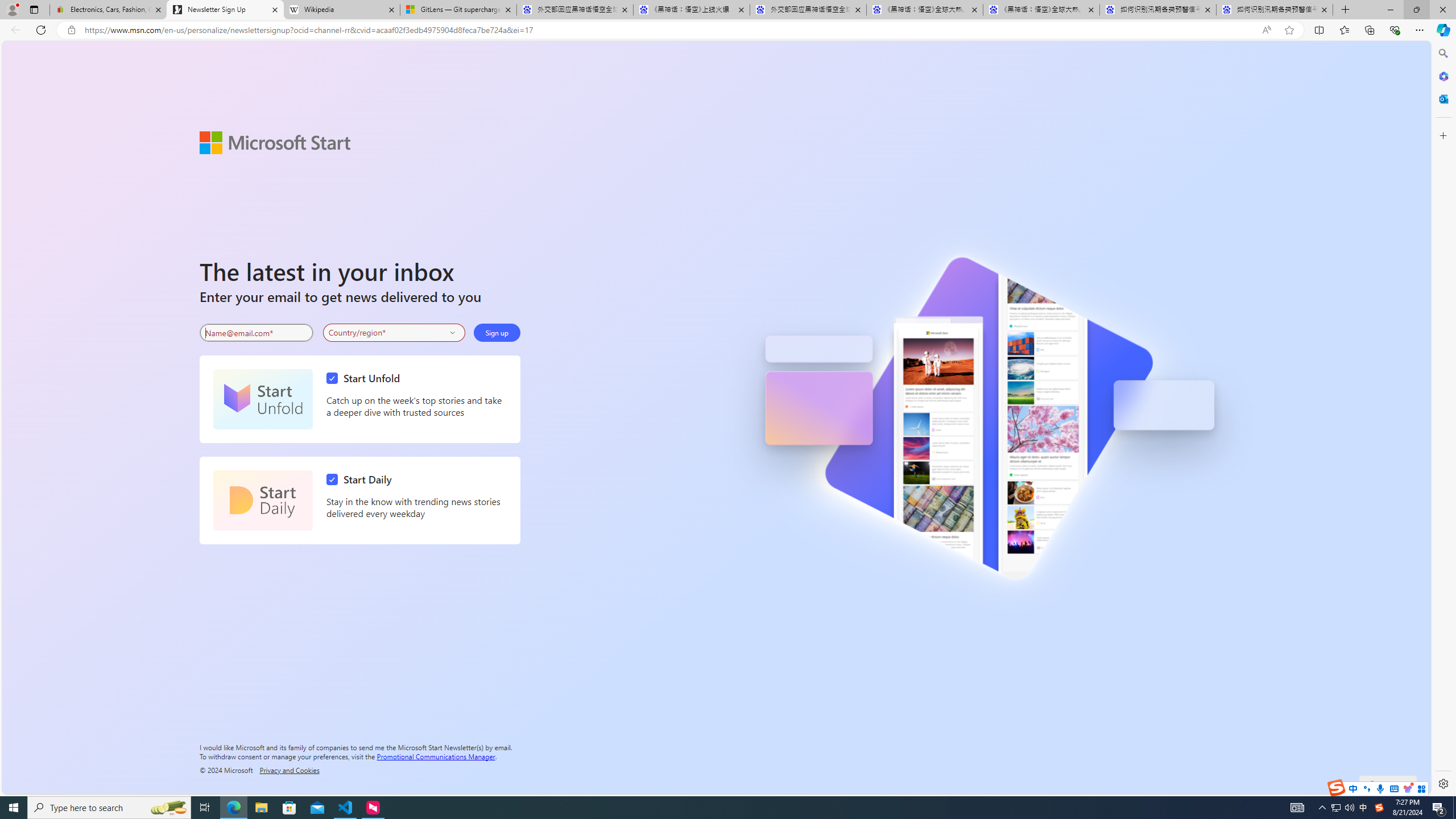 This screenshot has width=1456, height=819. Describe the element at coordinates (341, 9) in the screenshot. I see `'Wikipedia'` at that location.